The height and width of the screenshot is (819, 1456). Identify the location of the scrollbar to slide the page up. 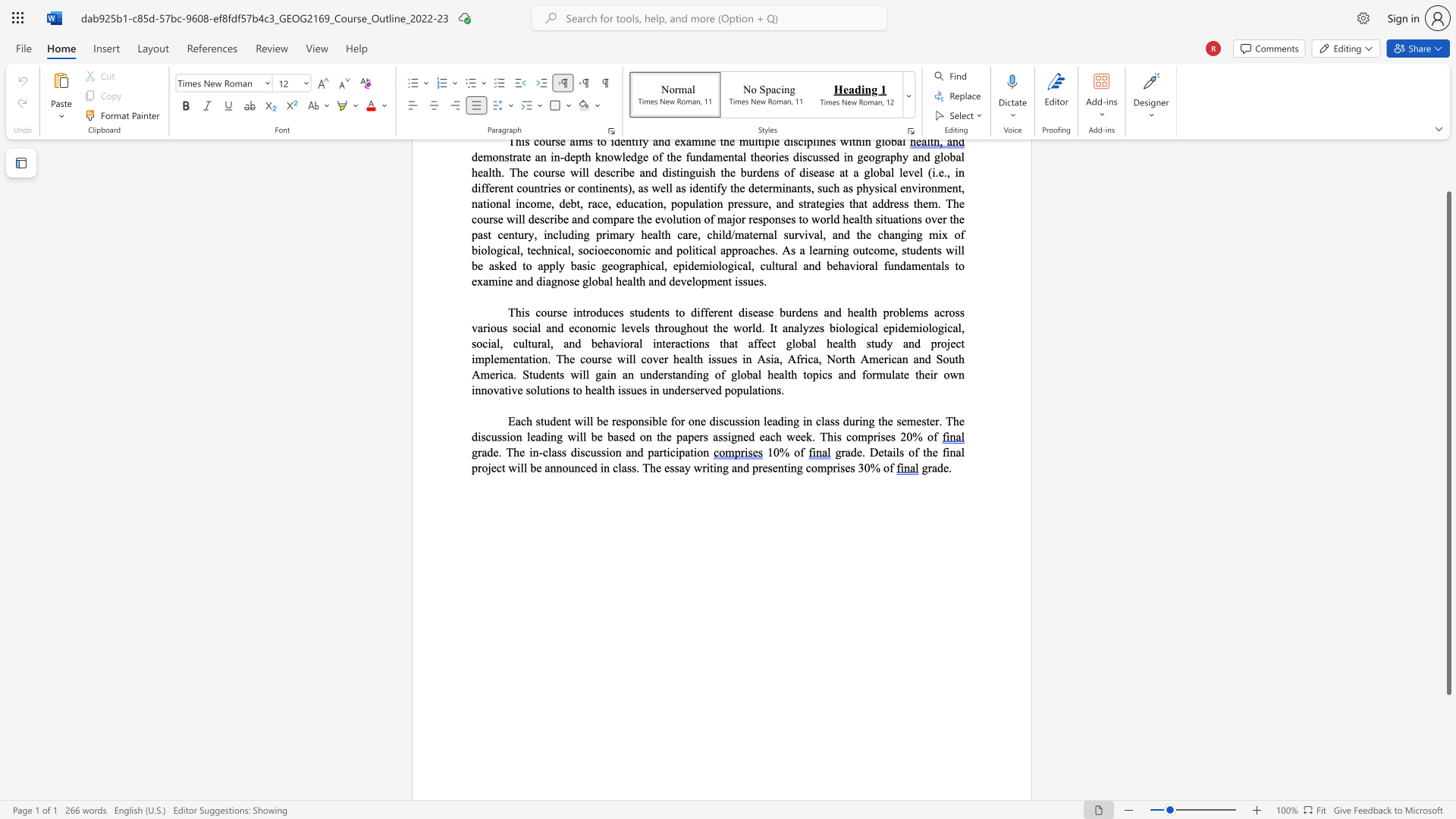
(1448, 174).